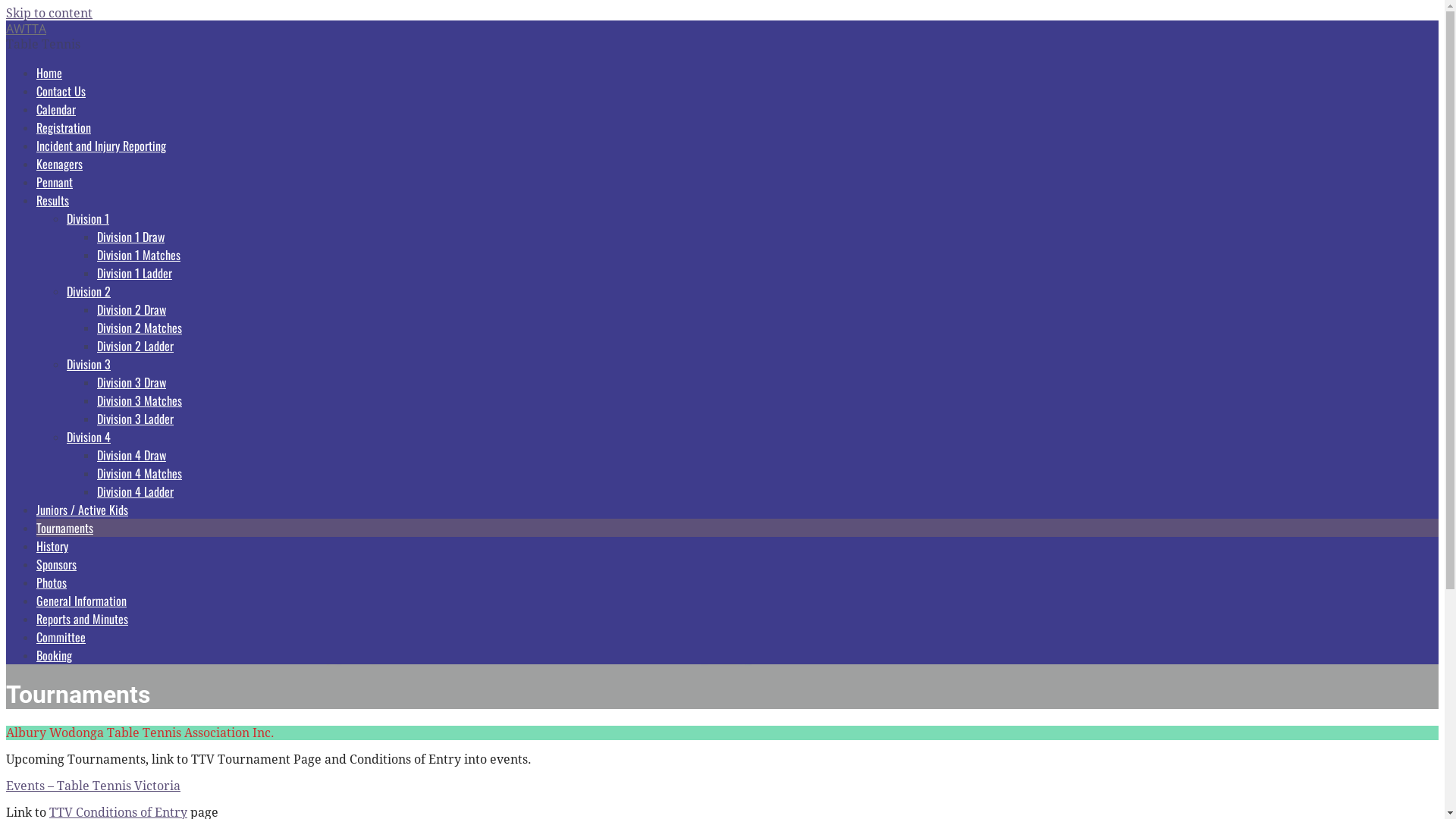 The height and width of the screenshot is (819, 1456). Describe the element at coordinates (96, 309) in the screenshot. I see `'Division 2 Draw'` at that location.